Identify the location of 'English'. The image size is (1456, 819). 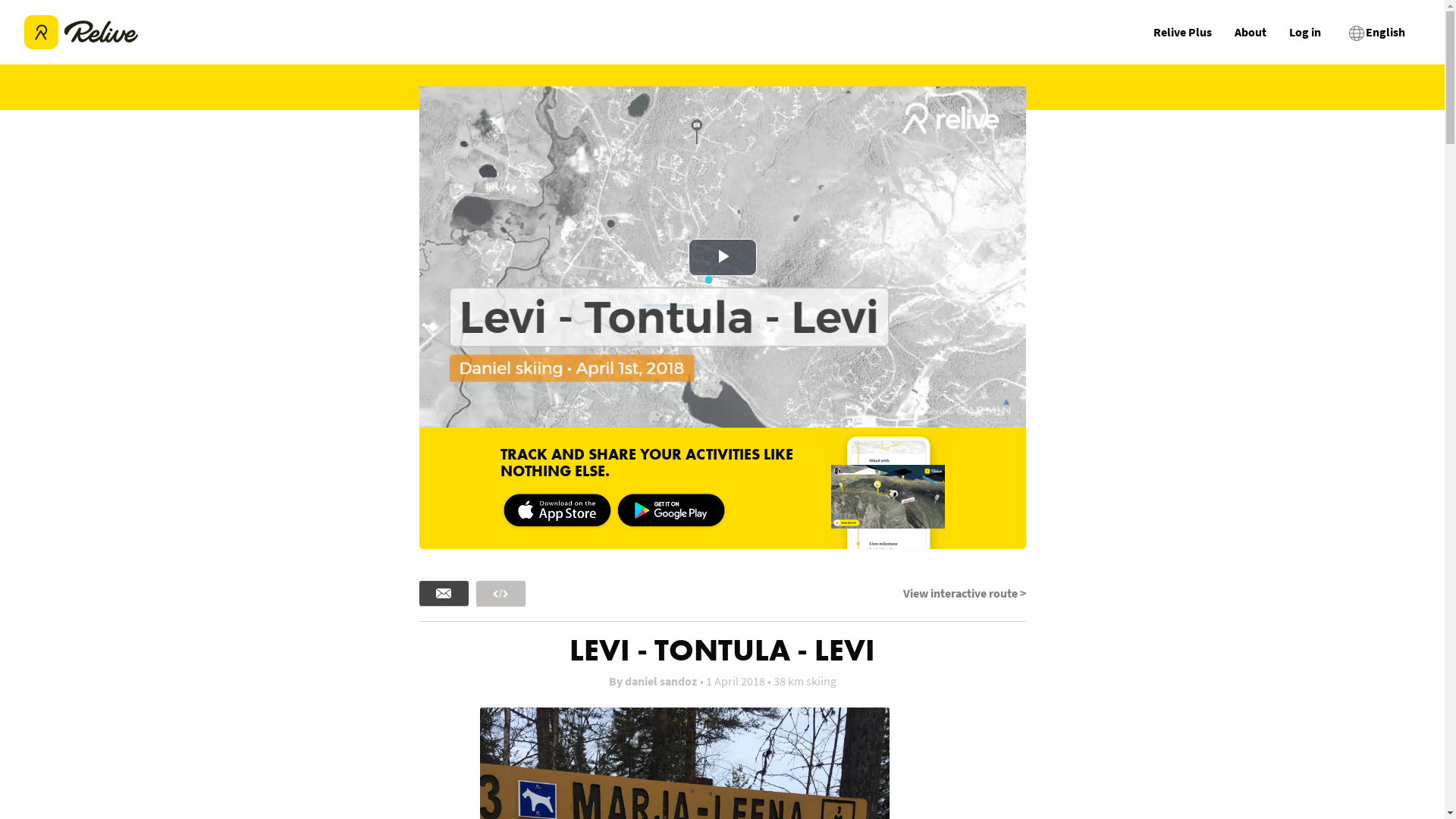
(1331, 32).